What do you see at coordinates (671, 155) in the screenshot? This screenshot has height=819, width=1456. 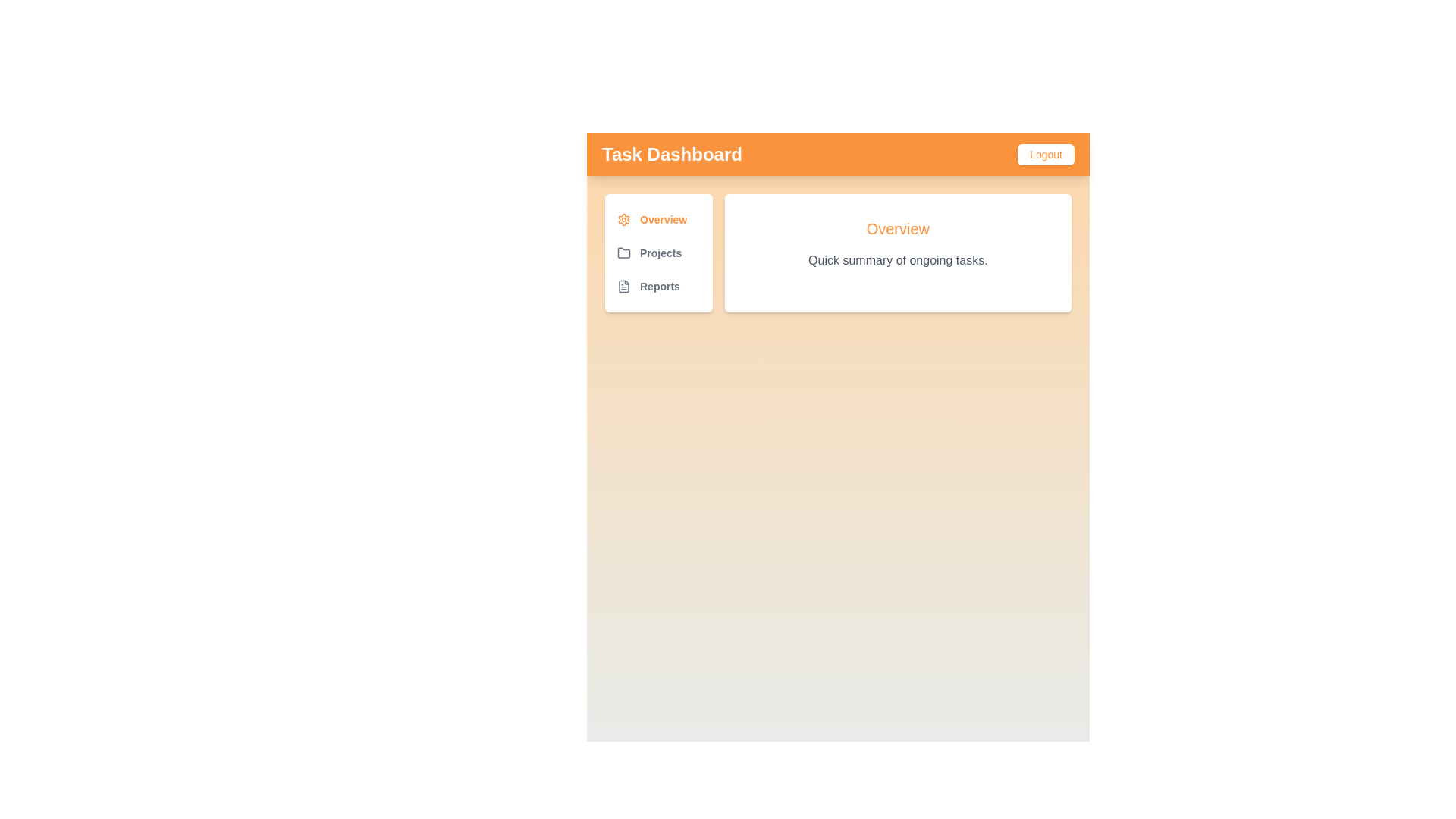 I see `the Text label indicating the Task Dashboard section, located in the top-left corner of the orange-colored header bar` at bounding box center [671, 155].